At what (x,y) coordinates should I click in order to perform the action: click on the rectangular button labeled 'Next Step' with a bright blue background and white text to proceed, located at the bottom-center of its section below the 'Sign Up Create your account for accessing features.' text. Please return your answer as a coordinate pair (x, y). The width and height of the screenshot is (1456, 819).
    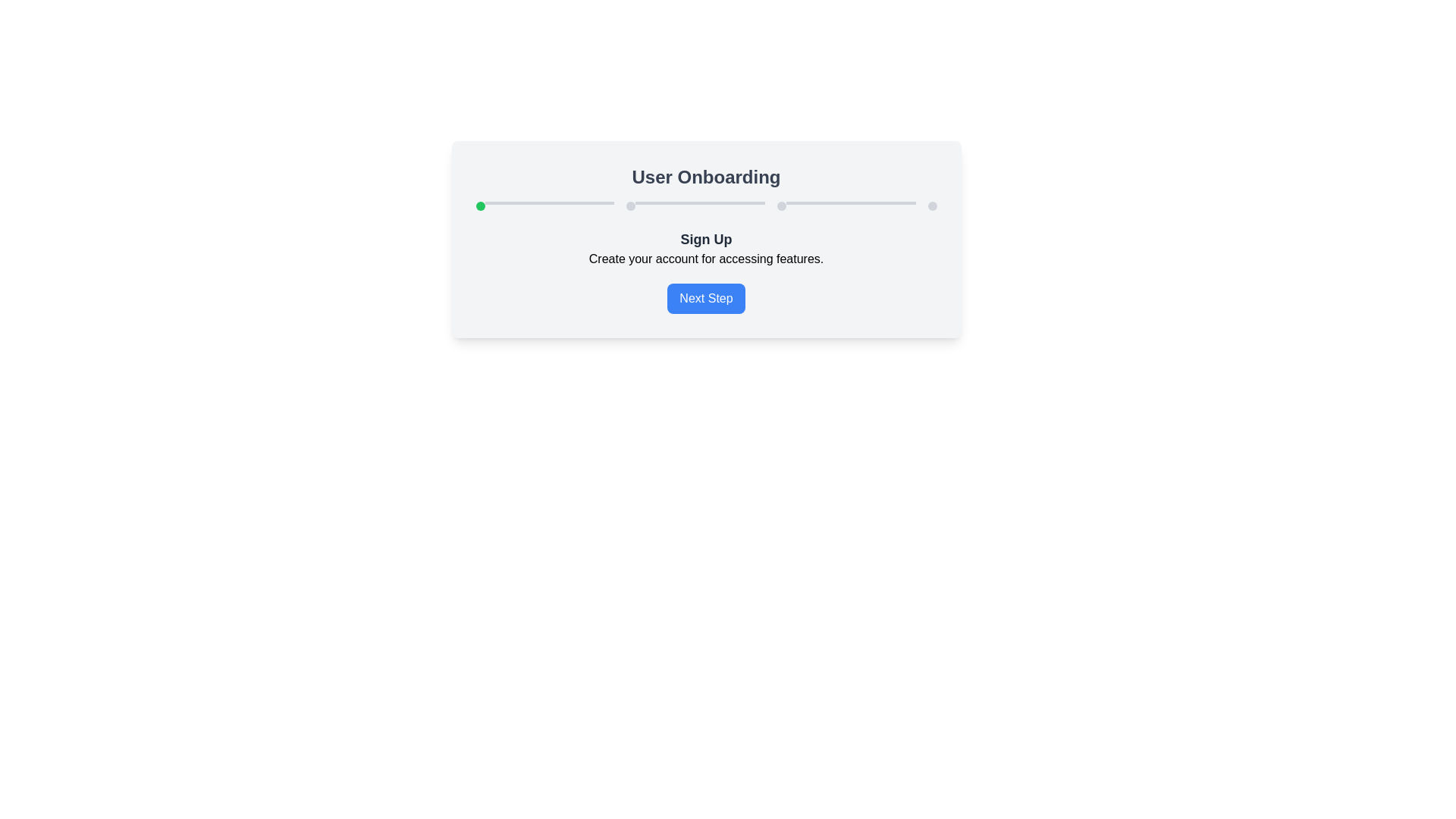
    Looking at the image, I should click on (705, 298).